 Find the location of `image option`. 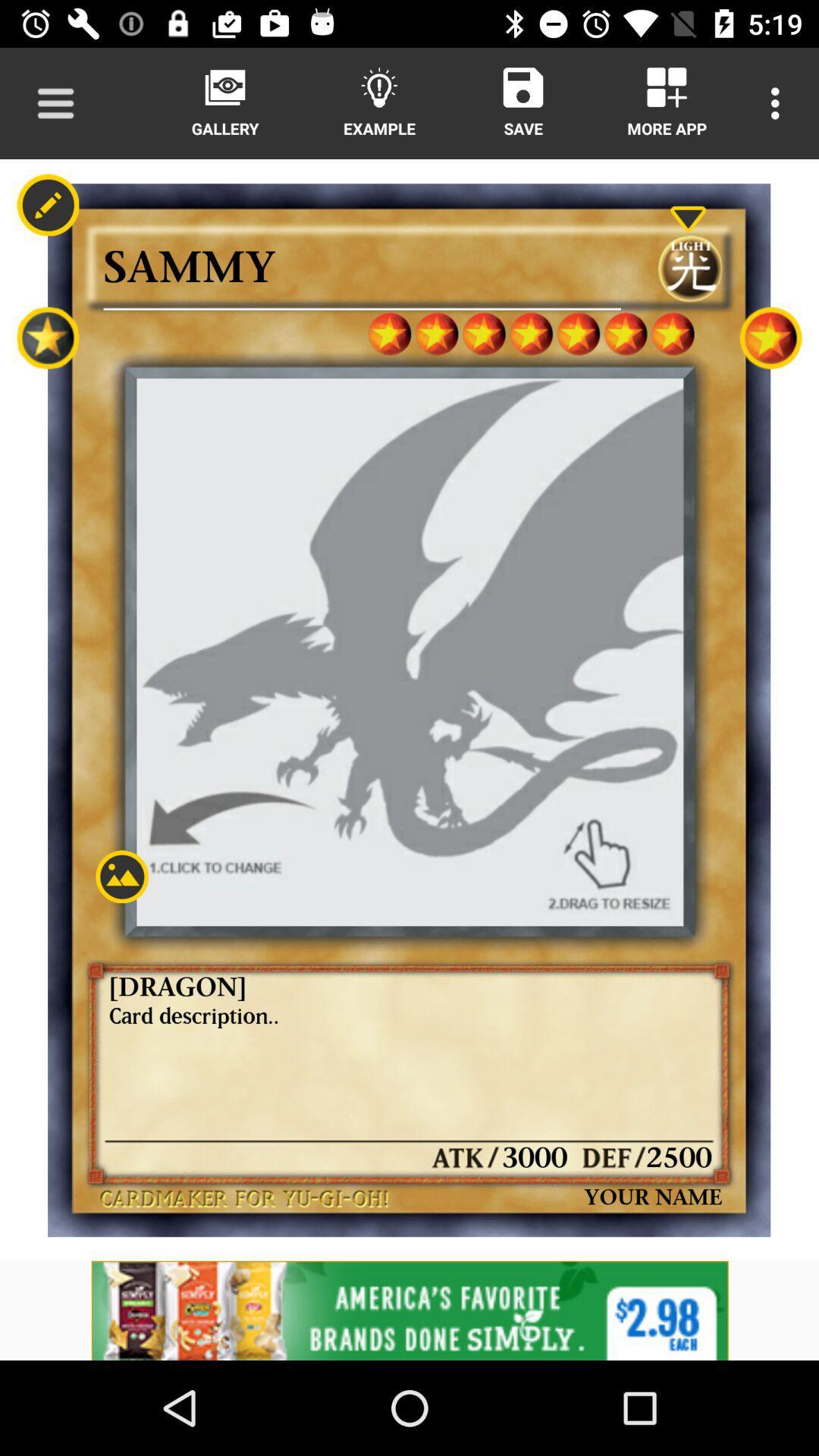

image option is located at coordinates (121, 877).